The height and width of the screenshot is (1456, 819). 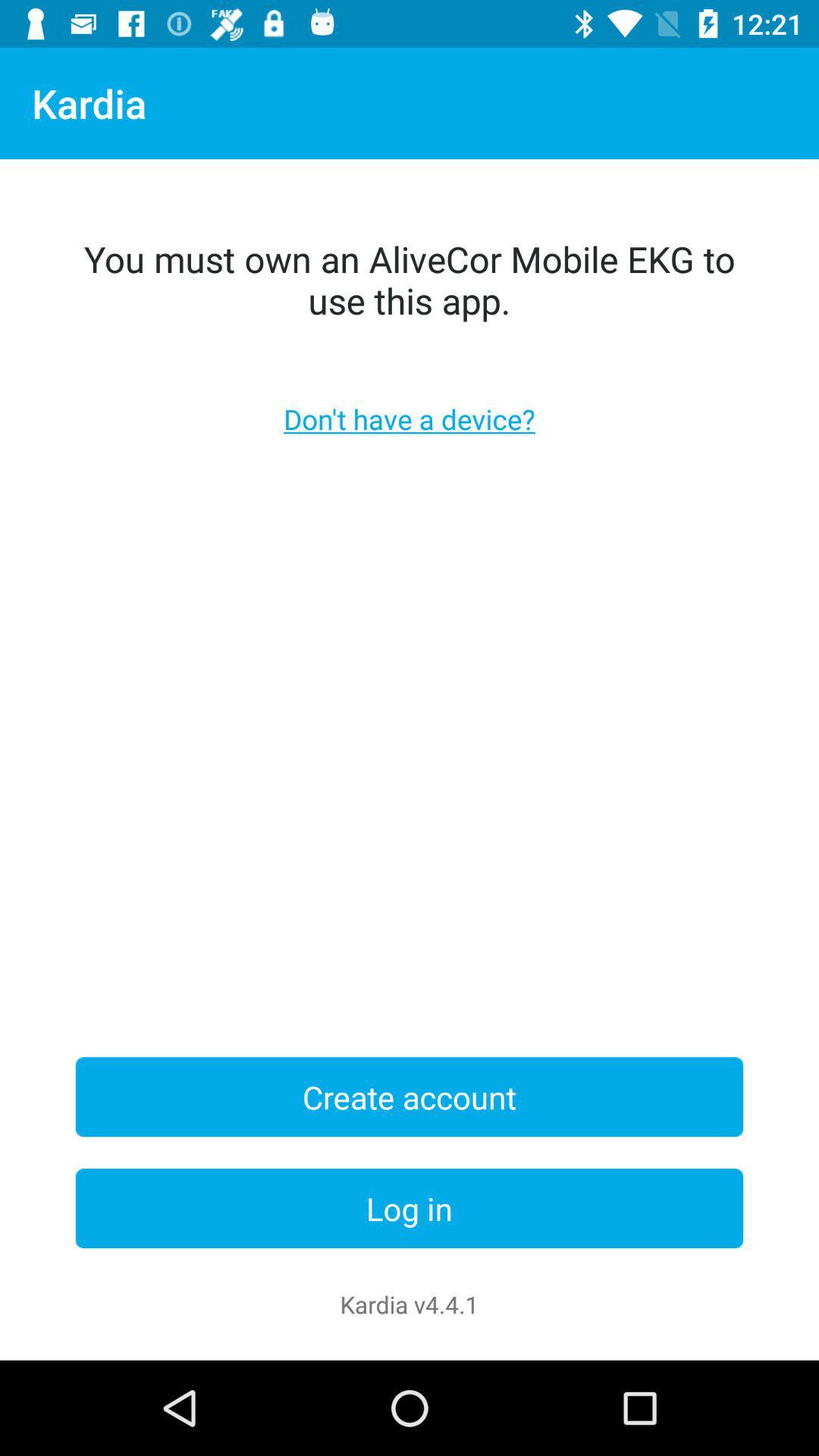 I want to click on don t have, so click(x=409, y=419).